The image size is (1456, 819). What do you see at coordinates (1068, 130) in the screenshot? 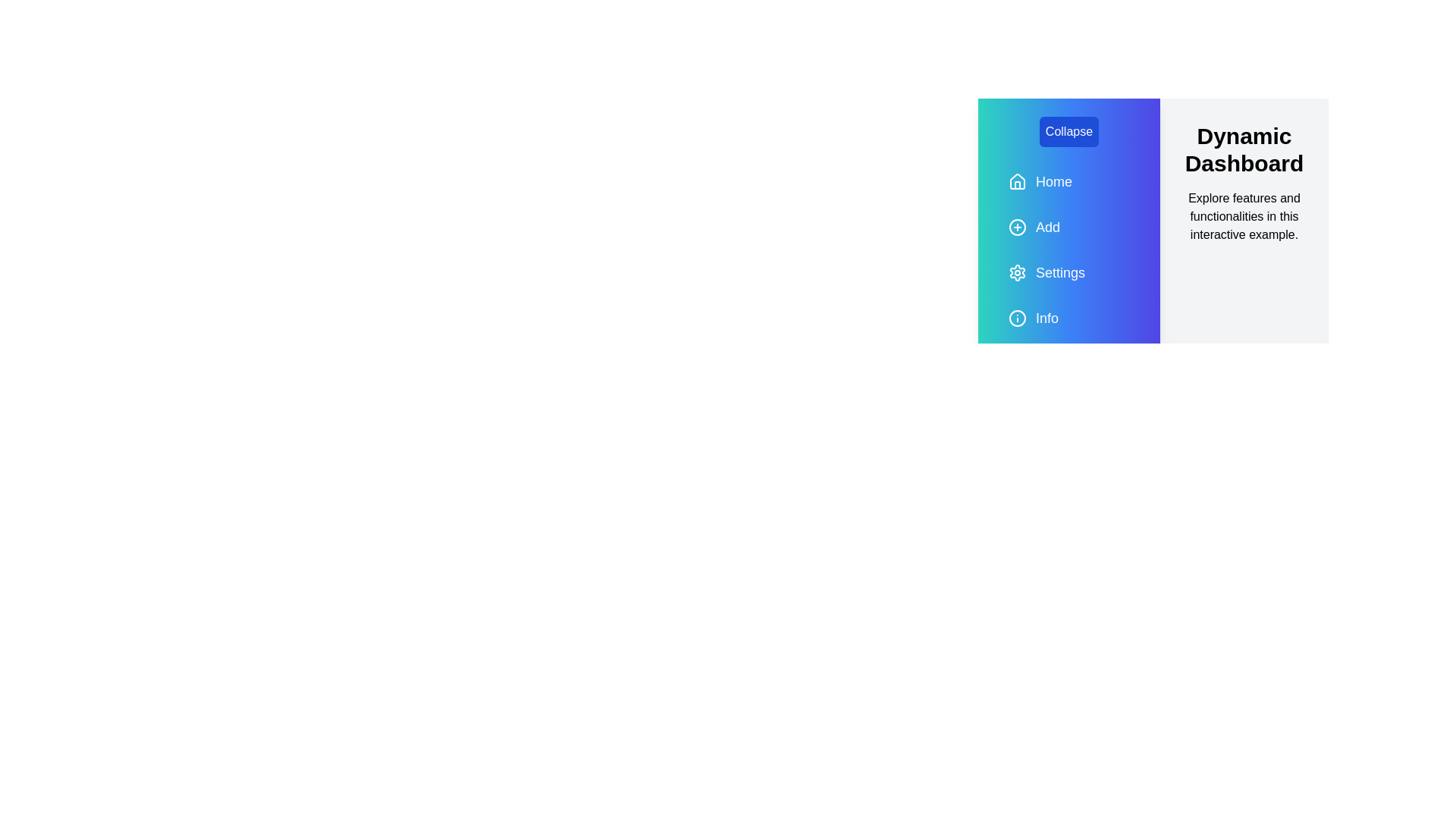
I see `the 'Collapse' button to toggle the drawer state` at bounding box center [1068, 130].